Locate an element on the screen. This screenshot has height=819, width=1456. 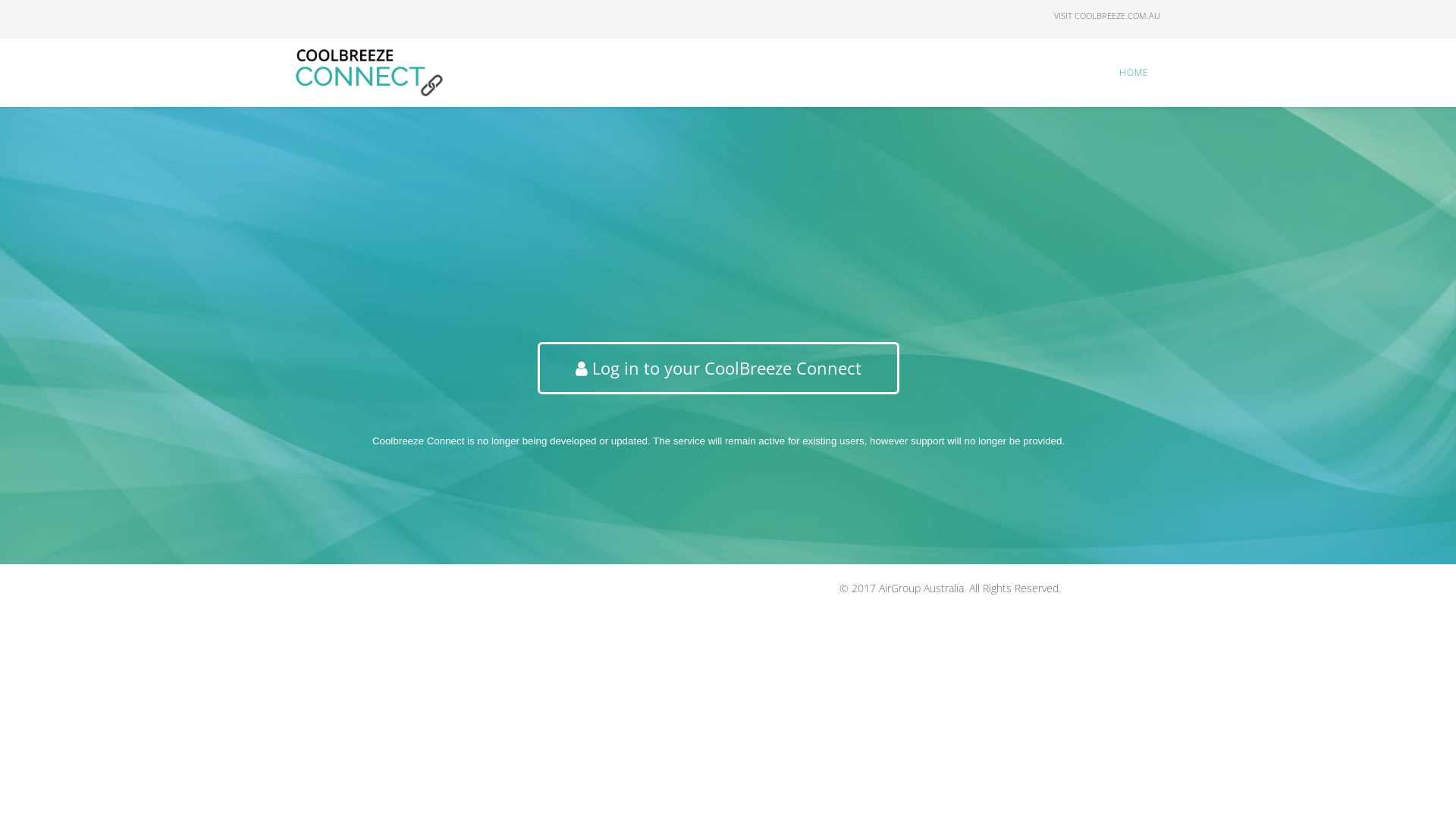
'Log in to your CoolBreeze Connect' is located at coordinates (717, 368).